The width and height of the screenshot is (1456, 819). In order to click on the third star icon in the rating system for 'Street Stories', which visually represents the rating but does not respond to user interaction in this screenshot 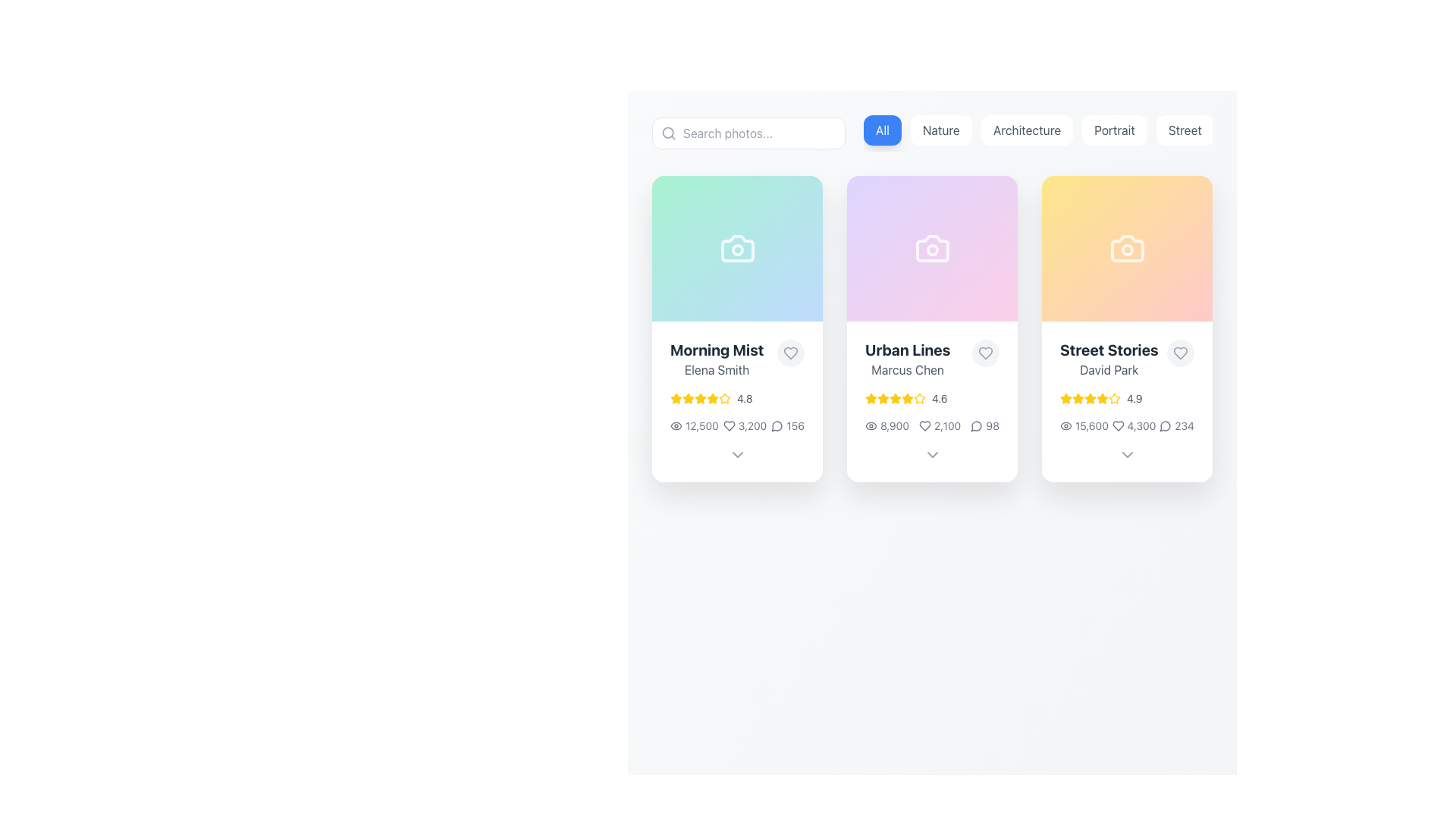, I will do `click(1077, 397)`.